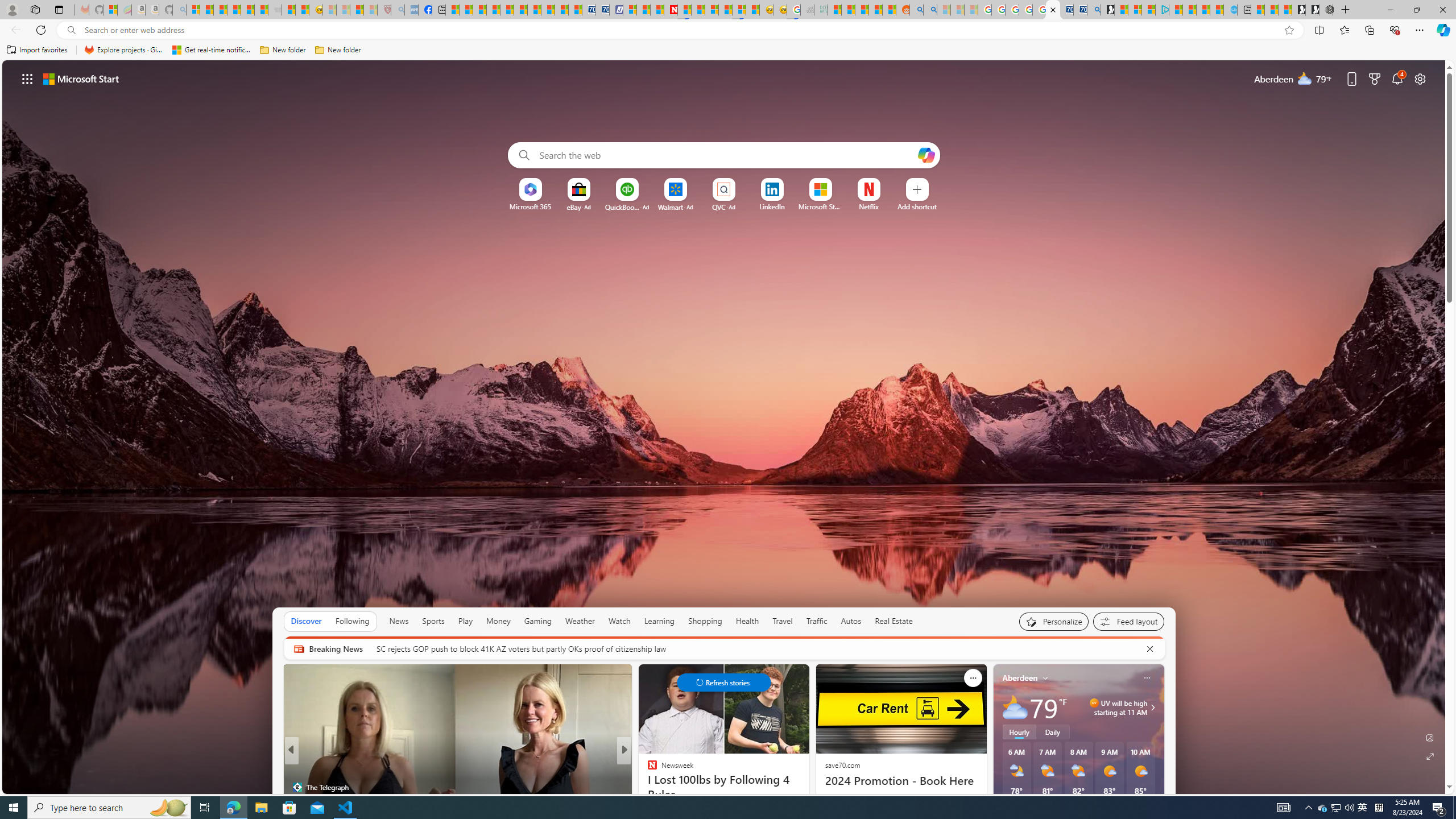 The width and height of the screenshot is (1456, 819). What do you see at coordinates (723, 681) in the screenshot?
I see `'Class: control'` at bounding box center [723, 681].